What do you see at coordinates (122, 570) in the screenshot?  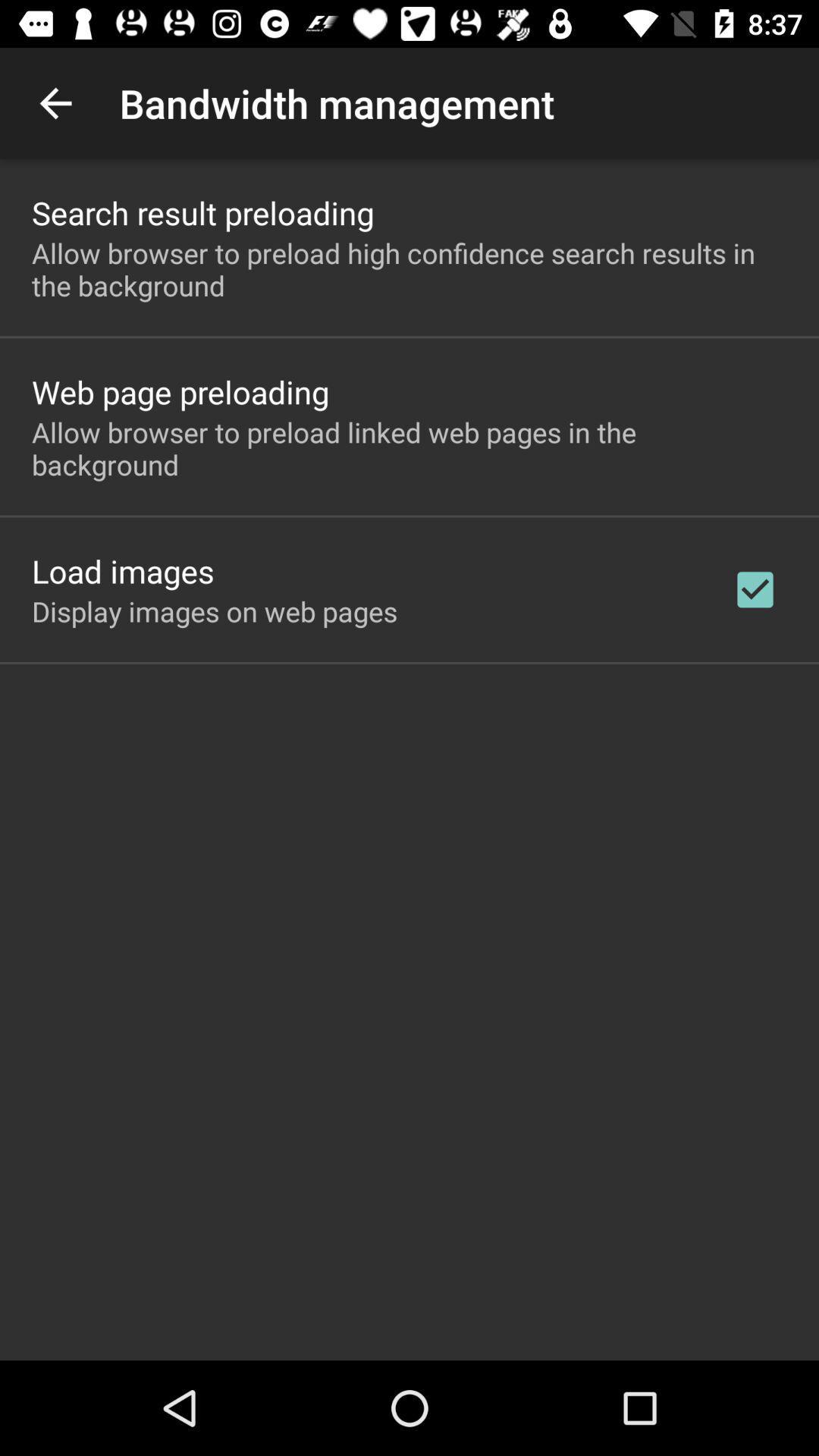 I see `the item below the allow browser to icon` at bounding box center [122, 570].